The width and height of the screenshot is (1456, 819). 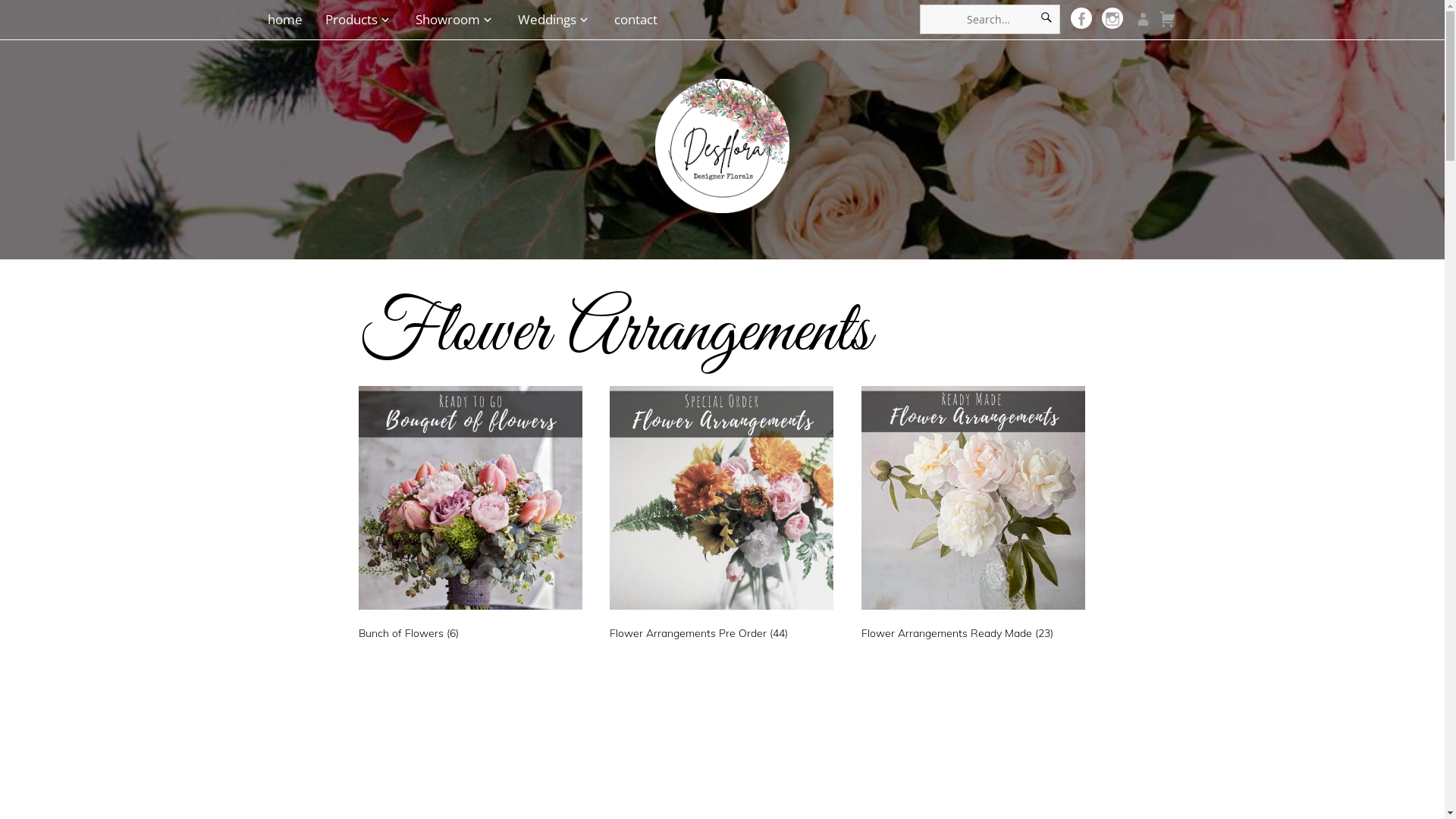 What do you see at coordinates (607, 19) in the screenshot?
I see `'contact'` at bounding box center [607, 19].